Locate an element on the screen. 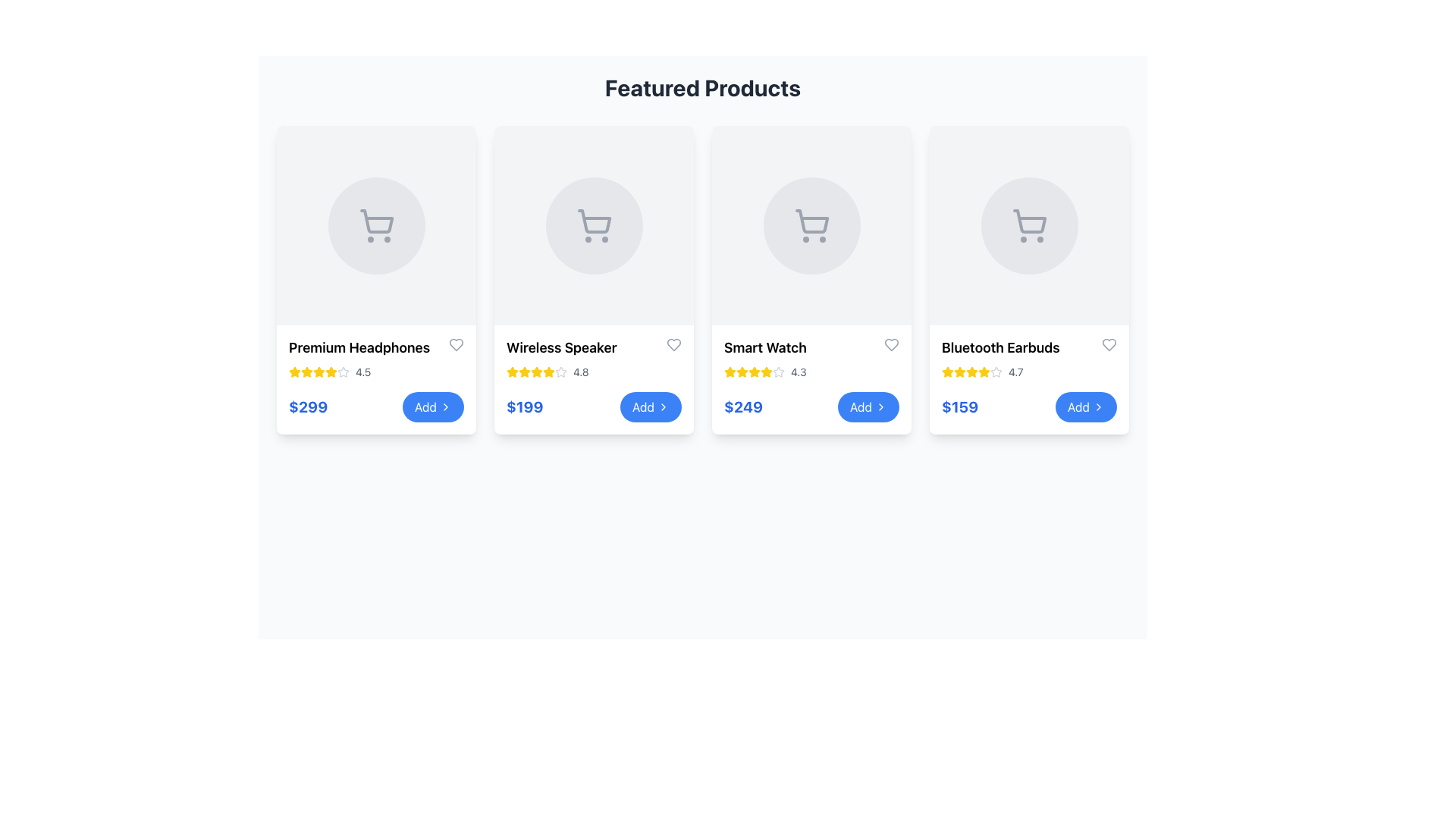 This screenshot has height=819, width=1456. the header text labeled 'Featured Products', which is prominently displayed at the top of the product section is located at coordinates (701, 87).